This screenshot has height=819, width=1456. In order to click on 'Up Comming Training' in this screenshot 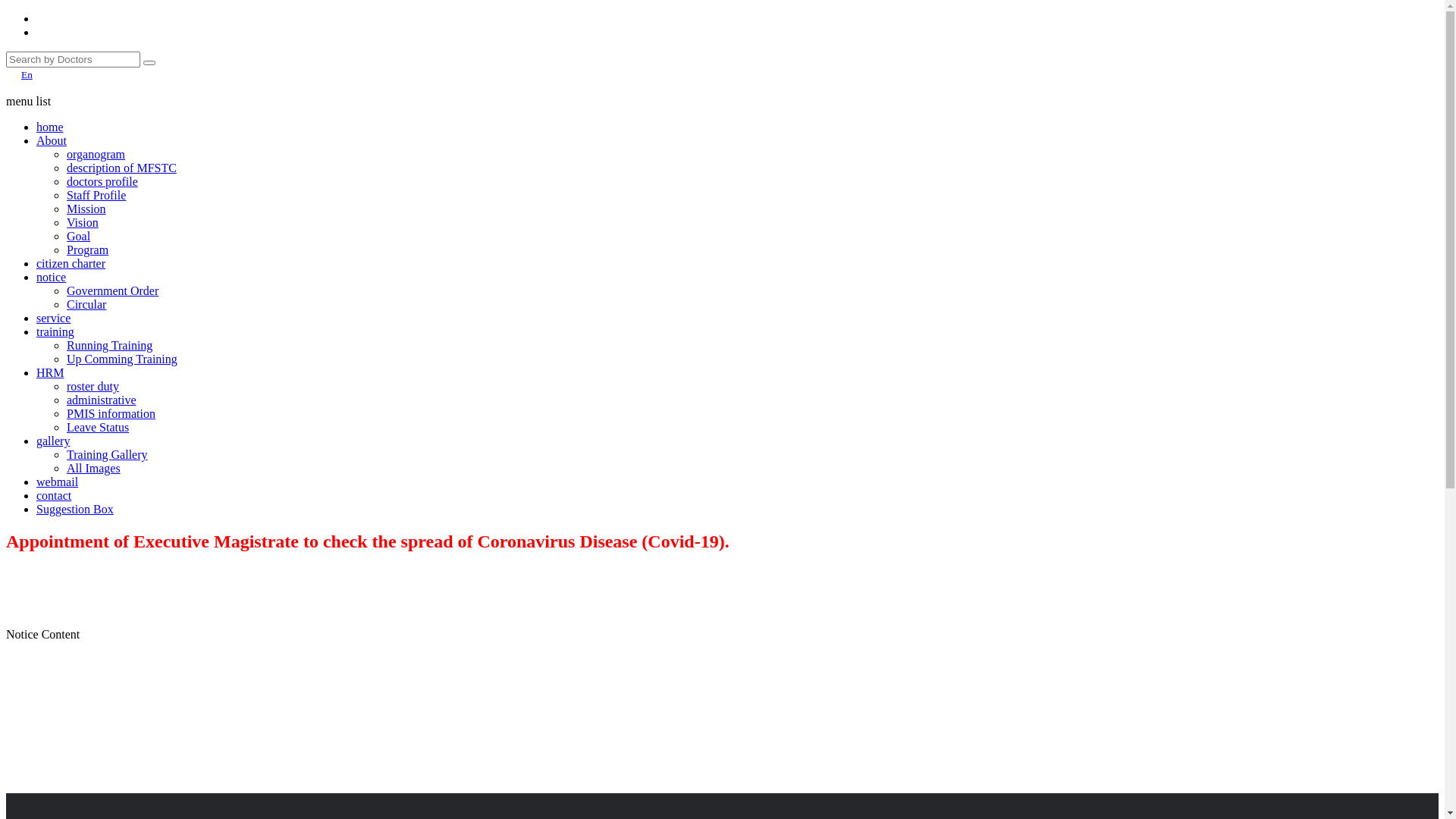, I will do `click(122, 359)`.